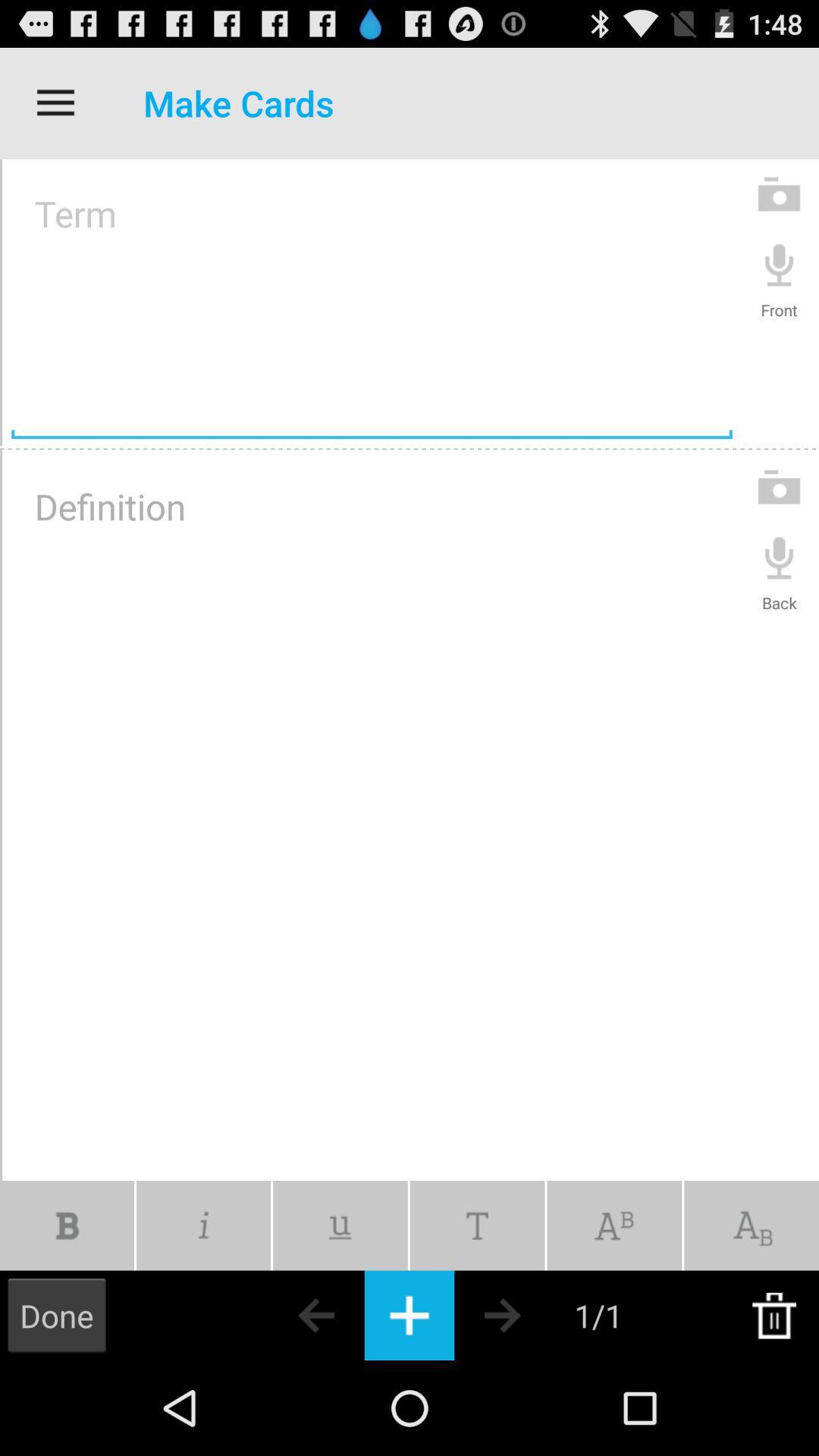  What do you see at coordinates (614, 1225) in the screenshot?
I see `ab` at bounding box center [614, 1225].